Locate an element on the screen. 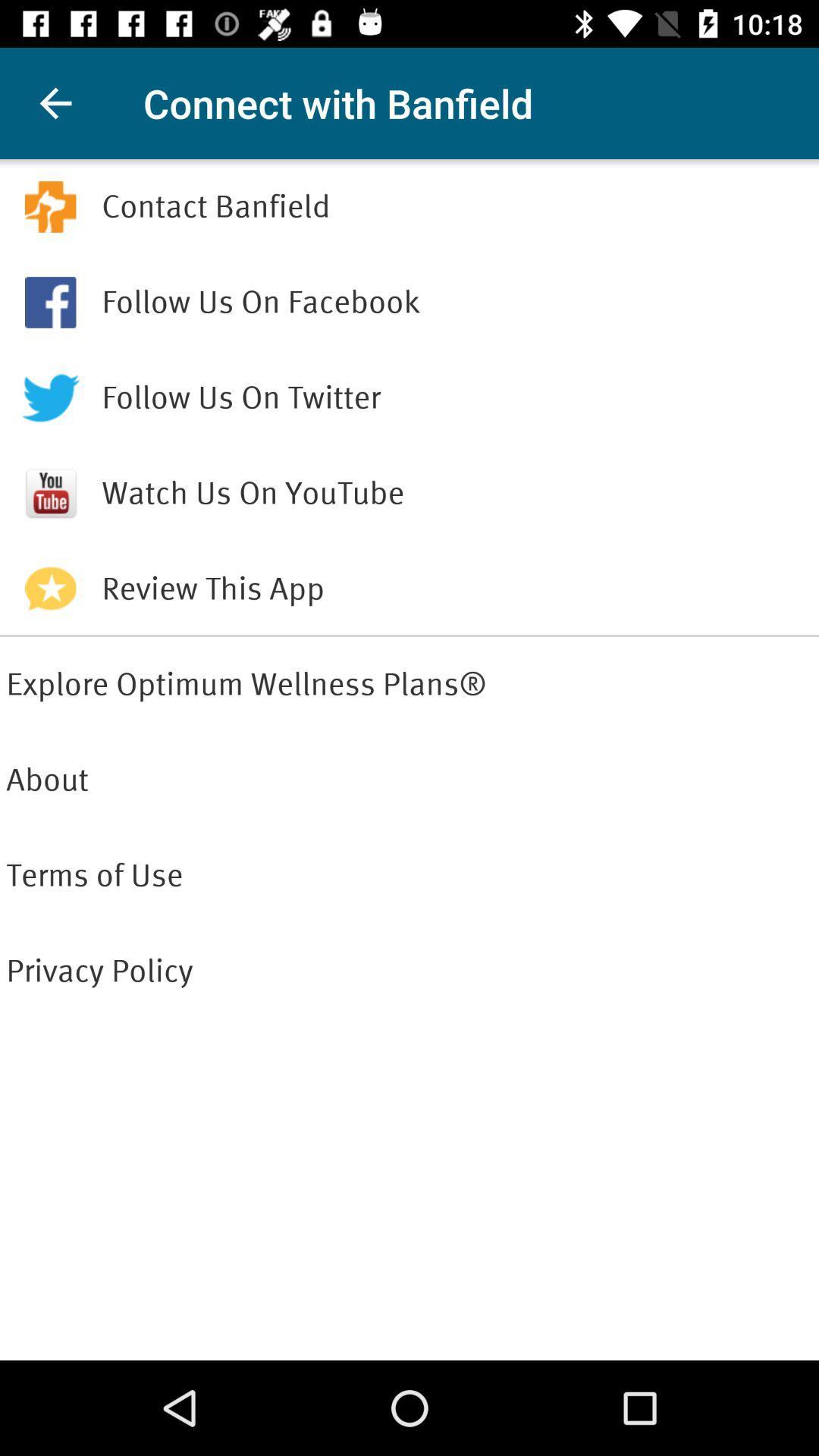 This screenshot has height=1456, width=819. the about item is located at coordinates (409, 780).